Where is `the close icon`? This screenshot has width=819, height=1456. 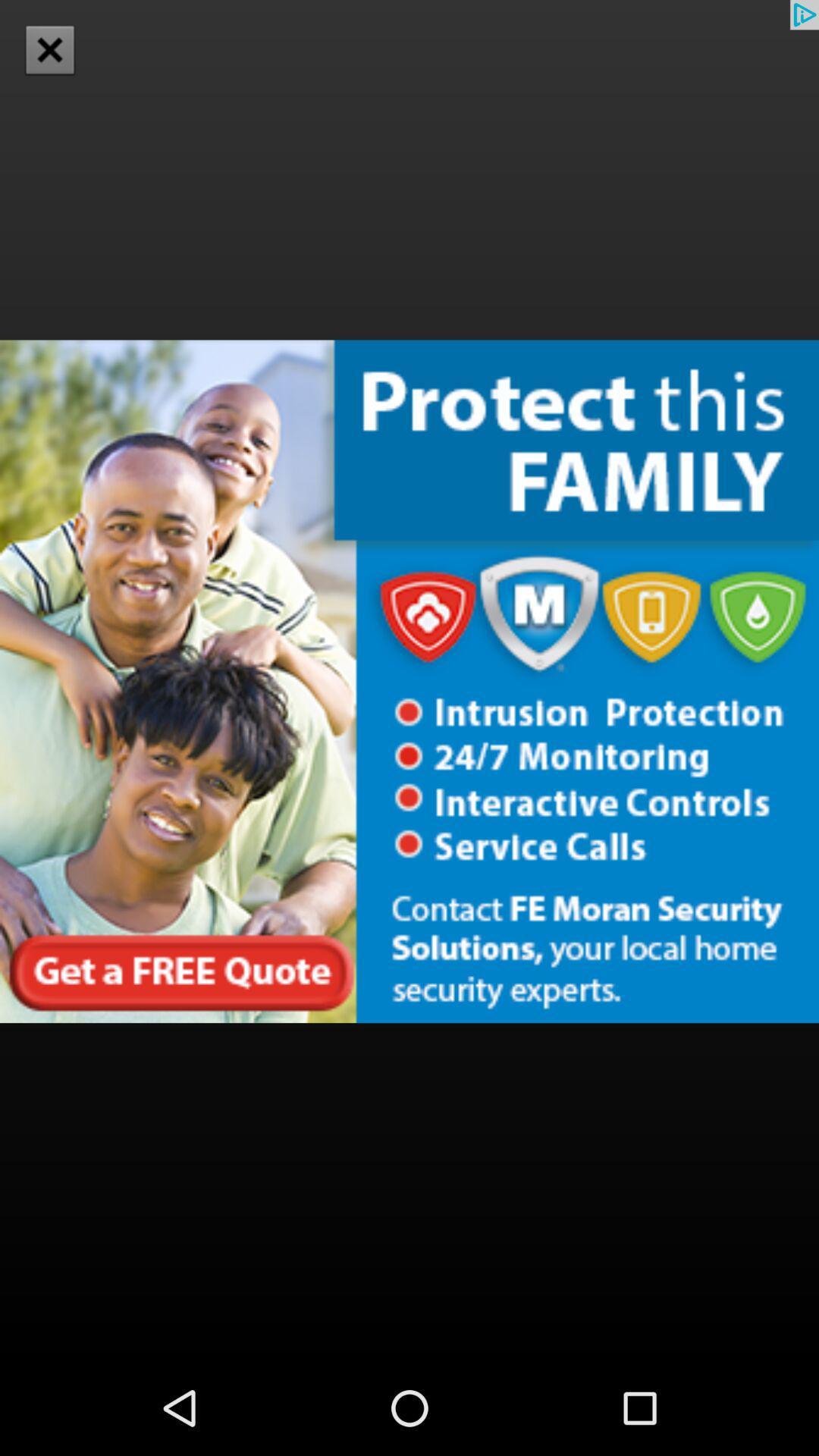 the close icon is located at coordinates (49, 53).